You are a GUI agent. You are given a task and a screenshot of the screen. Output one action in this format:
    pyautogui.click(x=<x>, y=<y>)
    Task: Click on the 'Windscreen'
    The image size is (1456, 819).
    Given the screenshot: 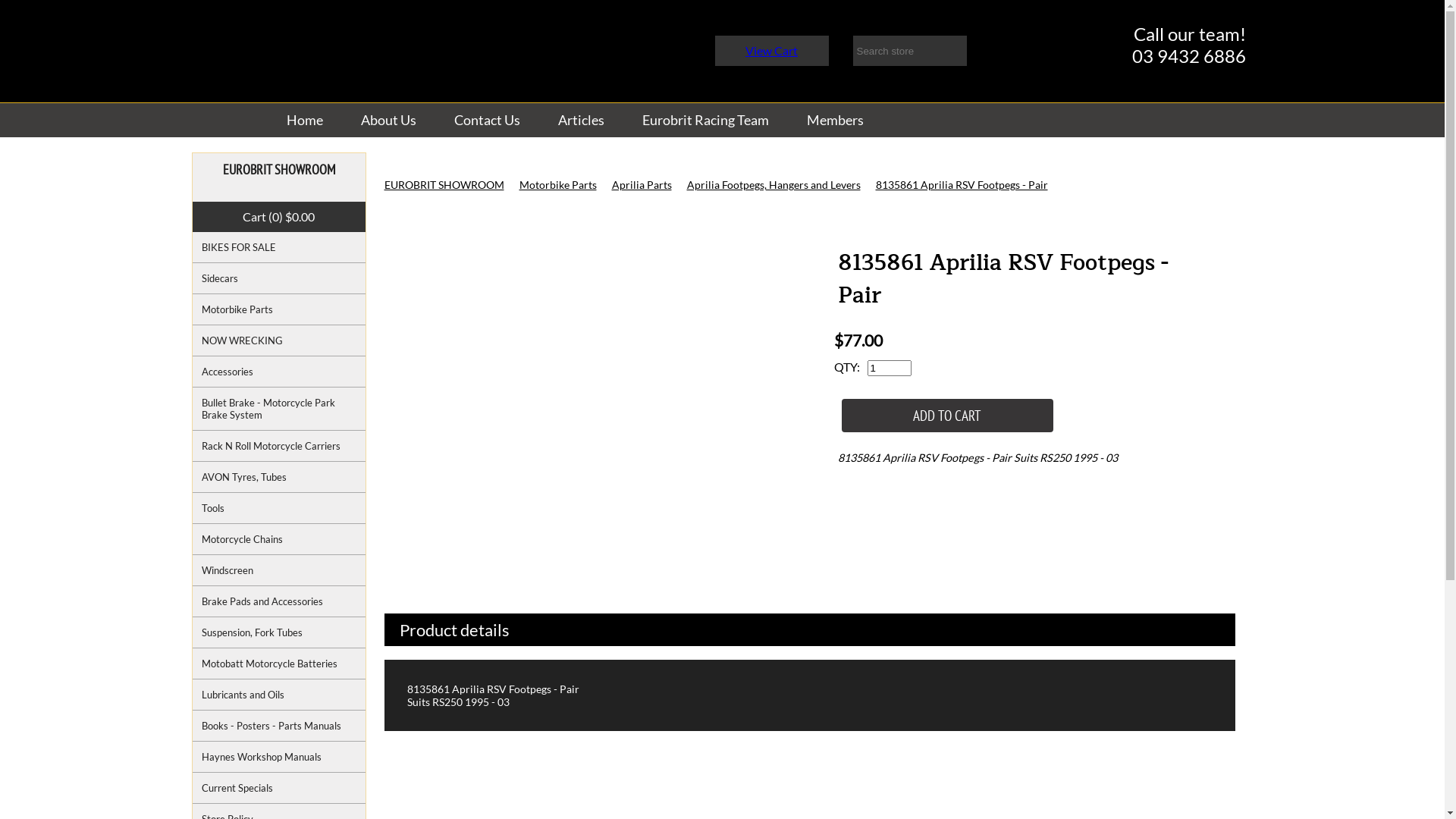 What is the action you would take?
    pyautogui.click(x=192, y=570)
    